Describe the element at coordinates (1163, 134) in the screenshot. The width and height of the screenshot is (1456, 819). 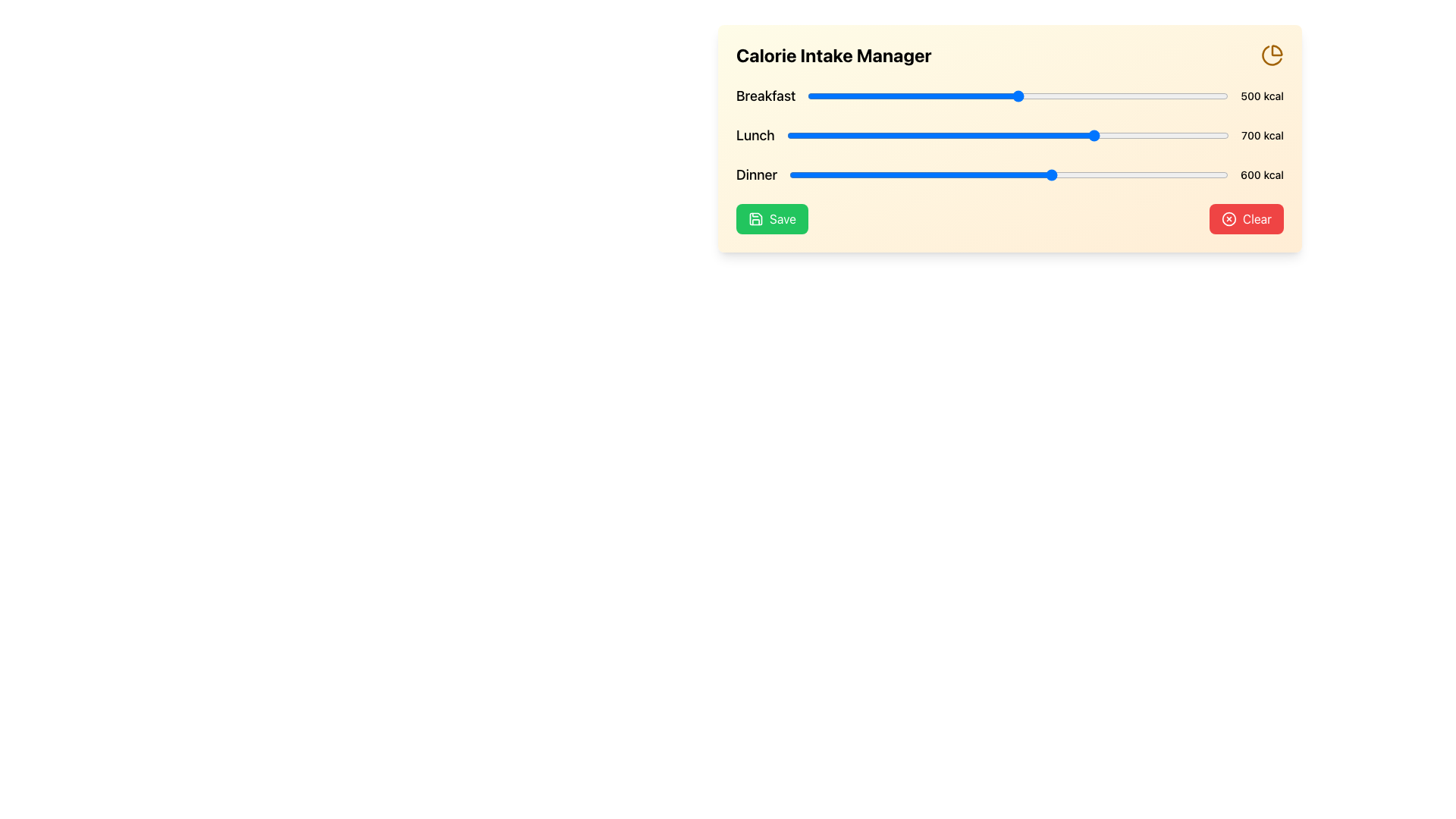
I see `the lunch kcal value` at that location.